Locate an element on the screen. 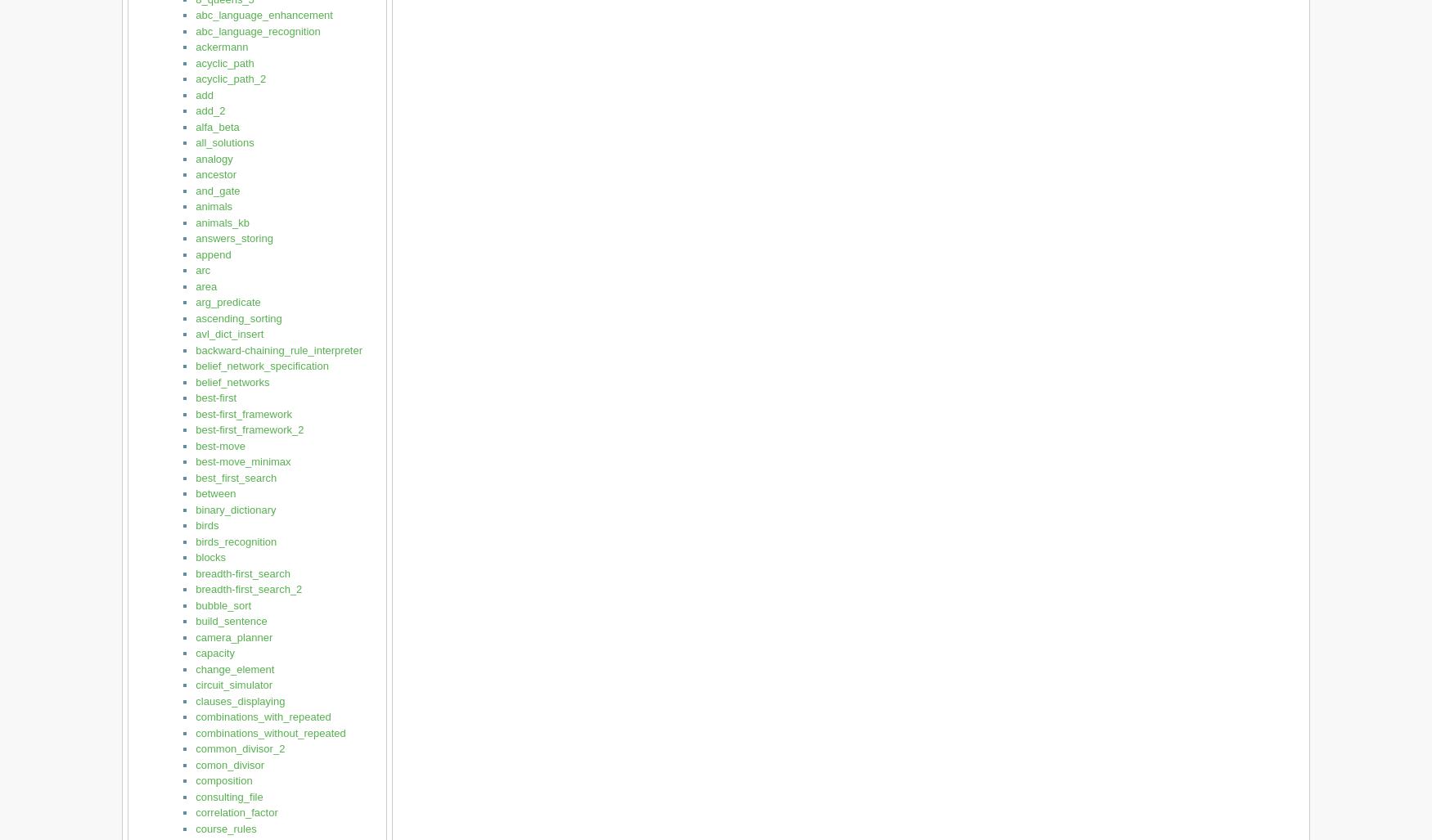  'abc_language_recognition' is located at coordinates (258, 30).